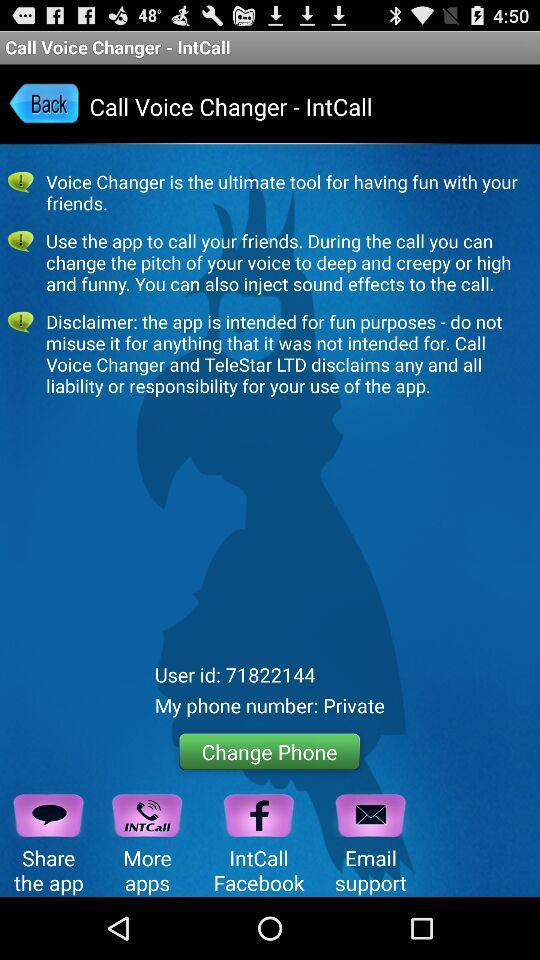  What do you see at coordinates (48, 873) in the screenshot?
I see `the chat icon` at bounding box center [48, 873].